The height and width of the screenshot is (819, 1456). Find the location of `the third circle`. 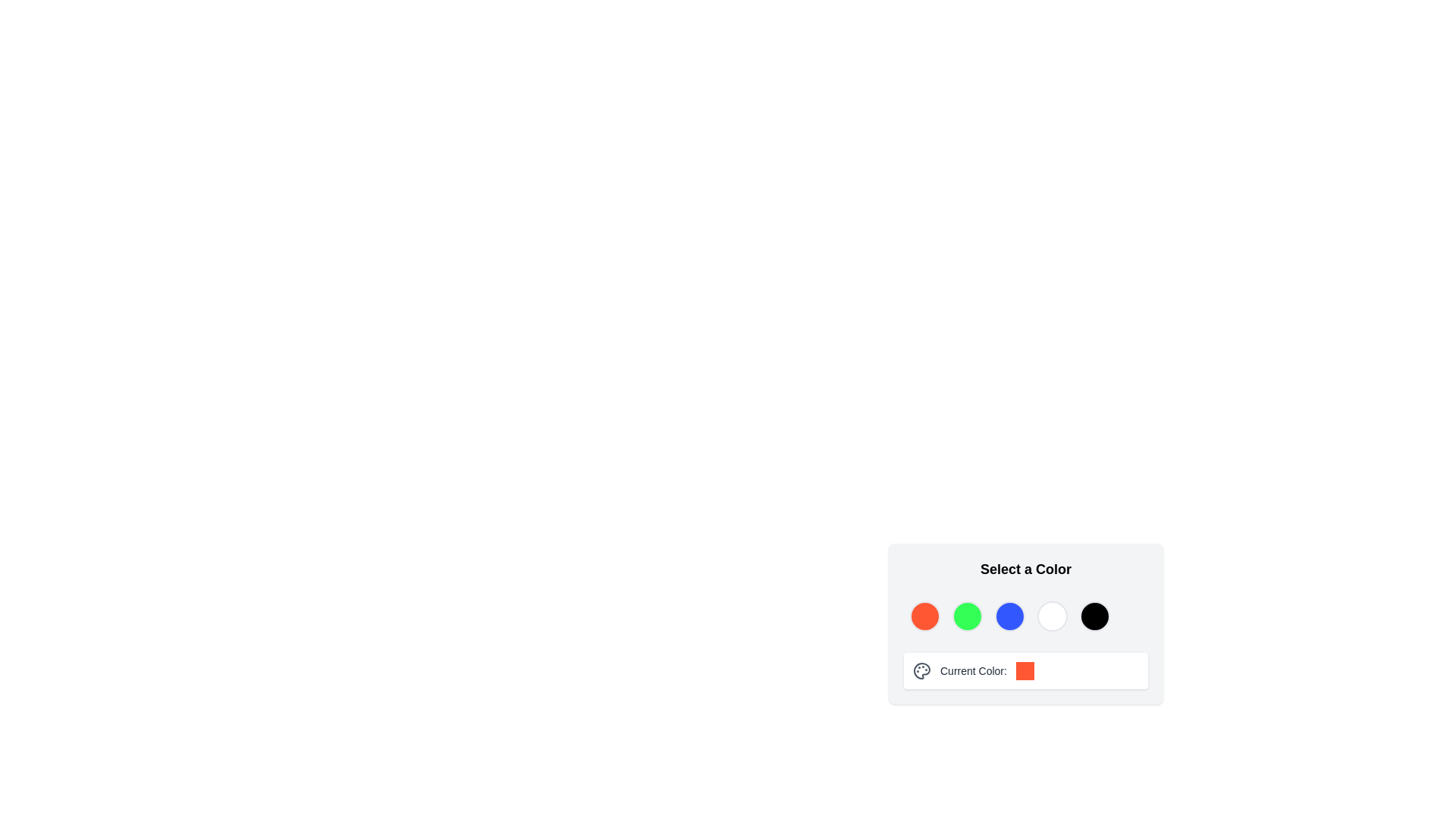

the third circle is located at coordinates (1009, 617).